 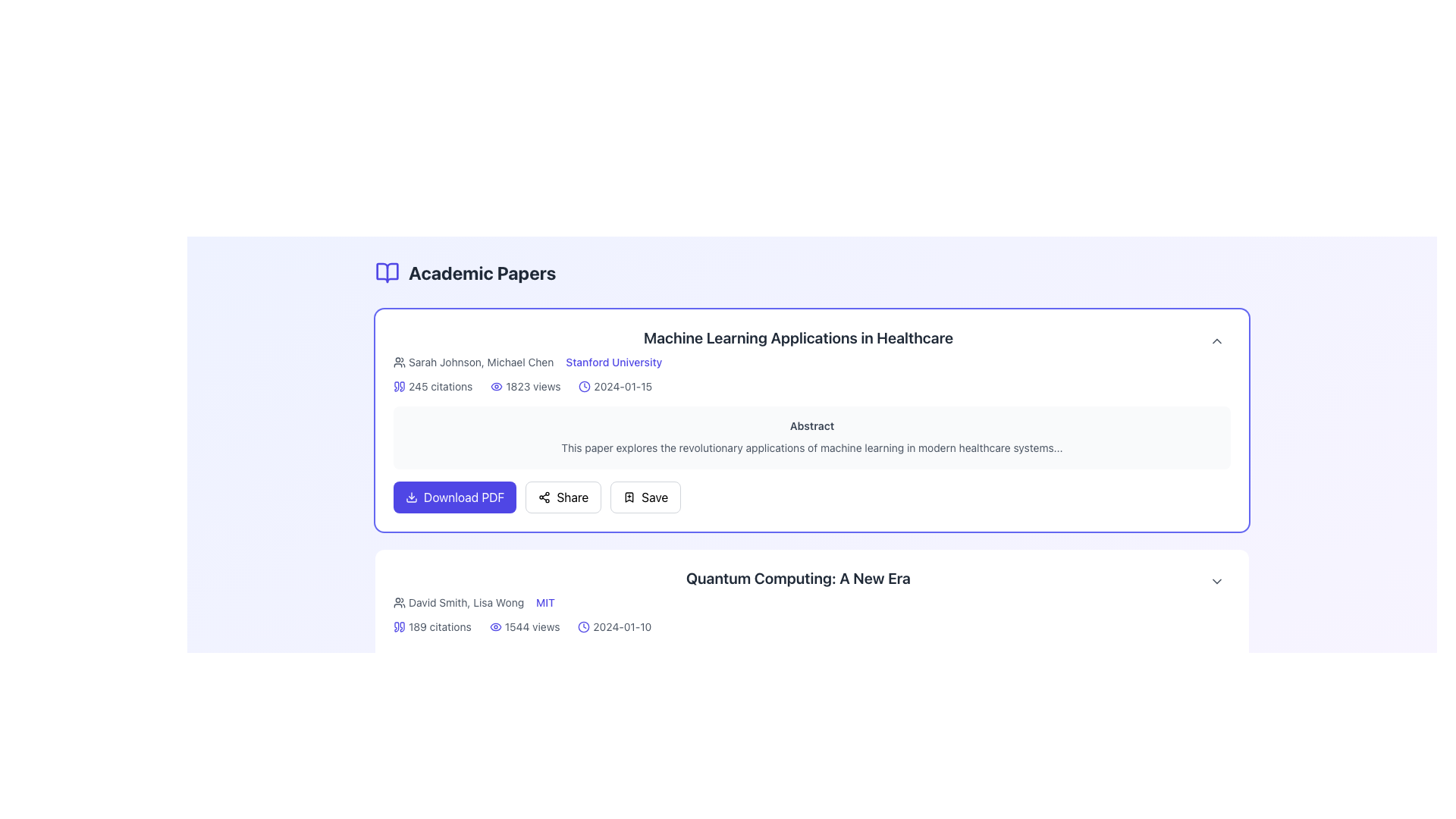 What do you see at coordinates (545, 601) in the screenshot?
I see `the text label that indicates the institutional or organizational affiliation, which is positioned to the right of the authors 'David Smith, Lisa Wong'` at bounding box center [545, 601].